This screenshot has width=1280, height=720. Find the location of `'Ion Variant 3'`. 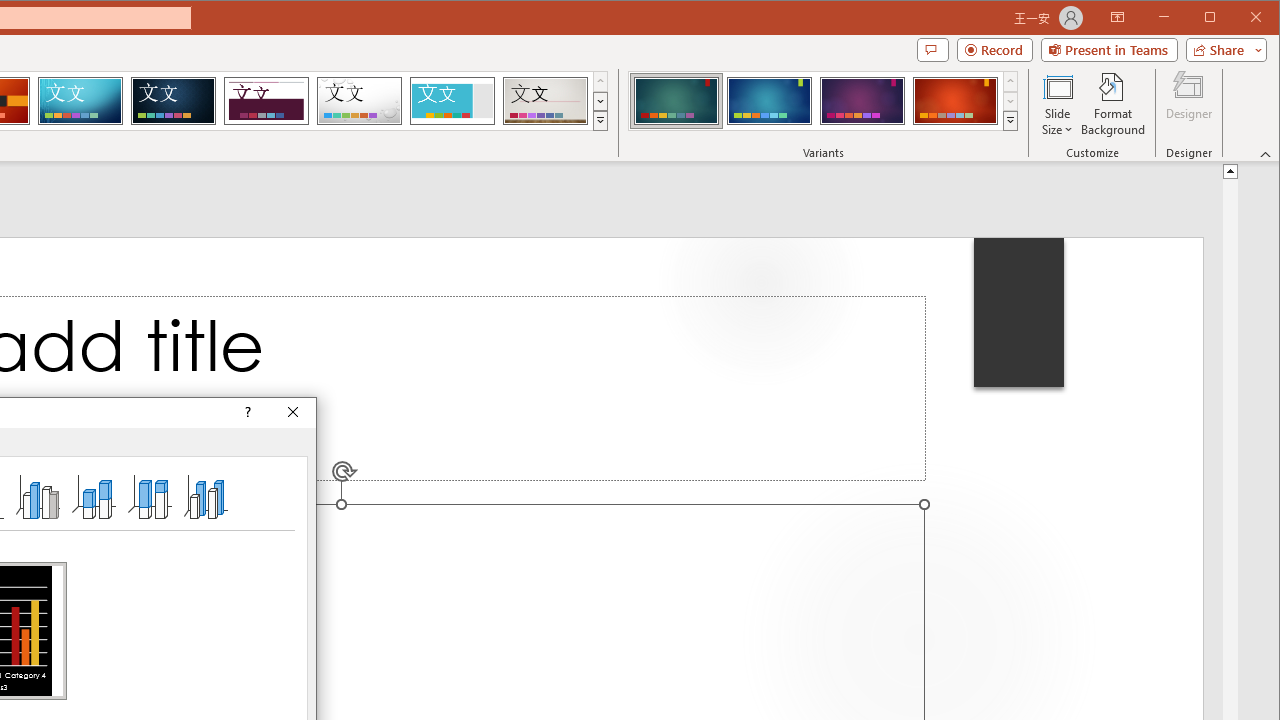

'Ion Variant 3' is located at coordinates (862, 100).